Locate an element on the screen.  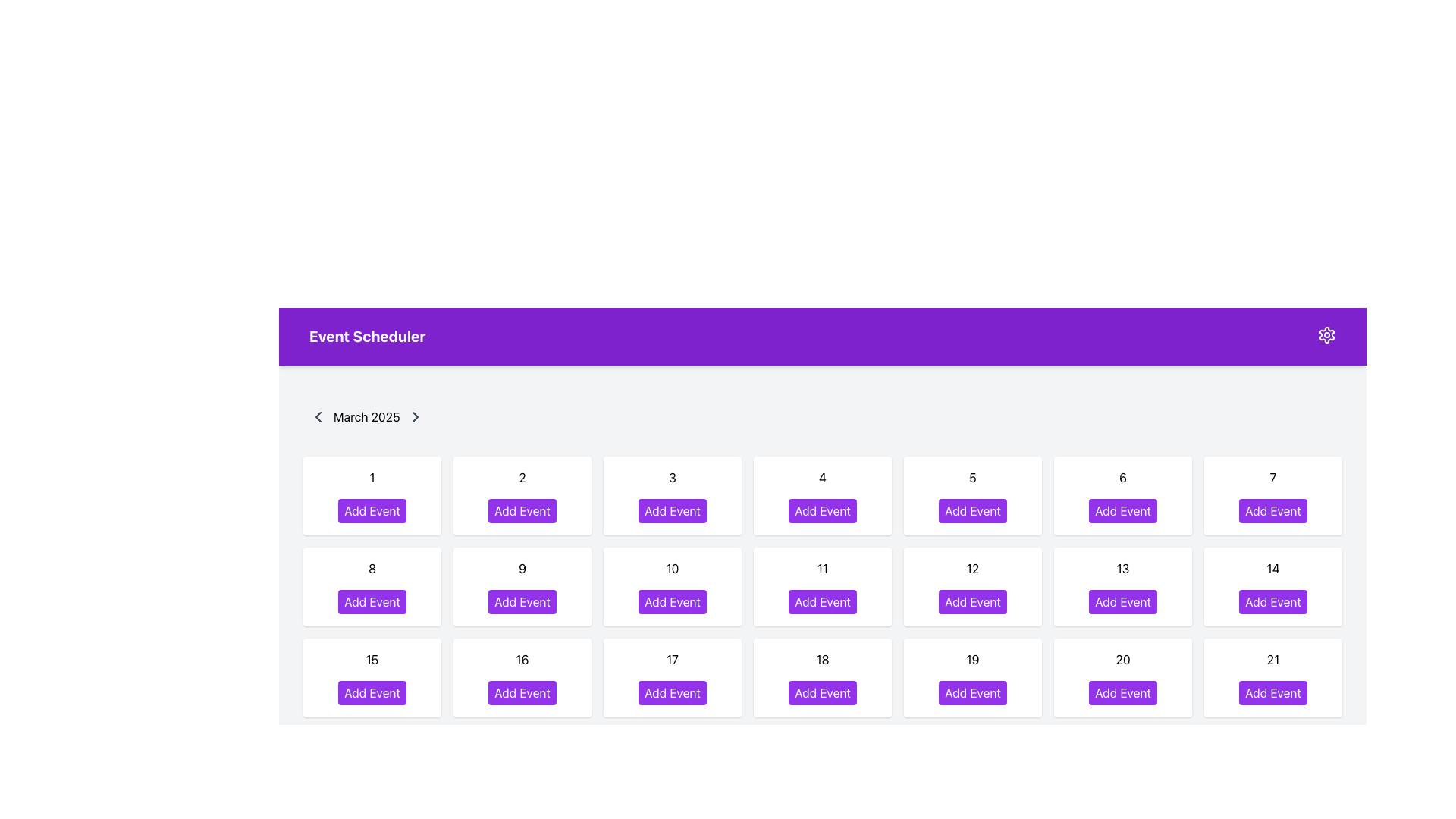
the calendar cell representing the date '10' is located at coordinates (672, 586).